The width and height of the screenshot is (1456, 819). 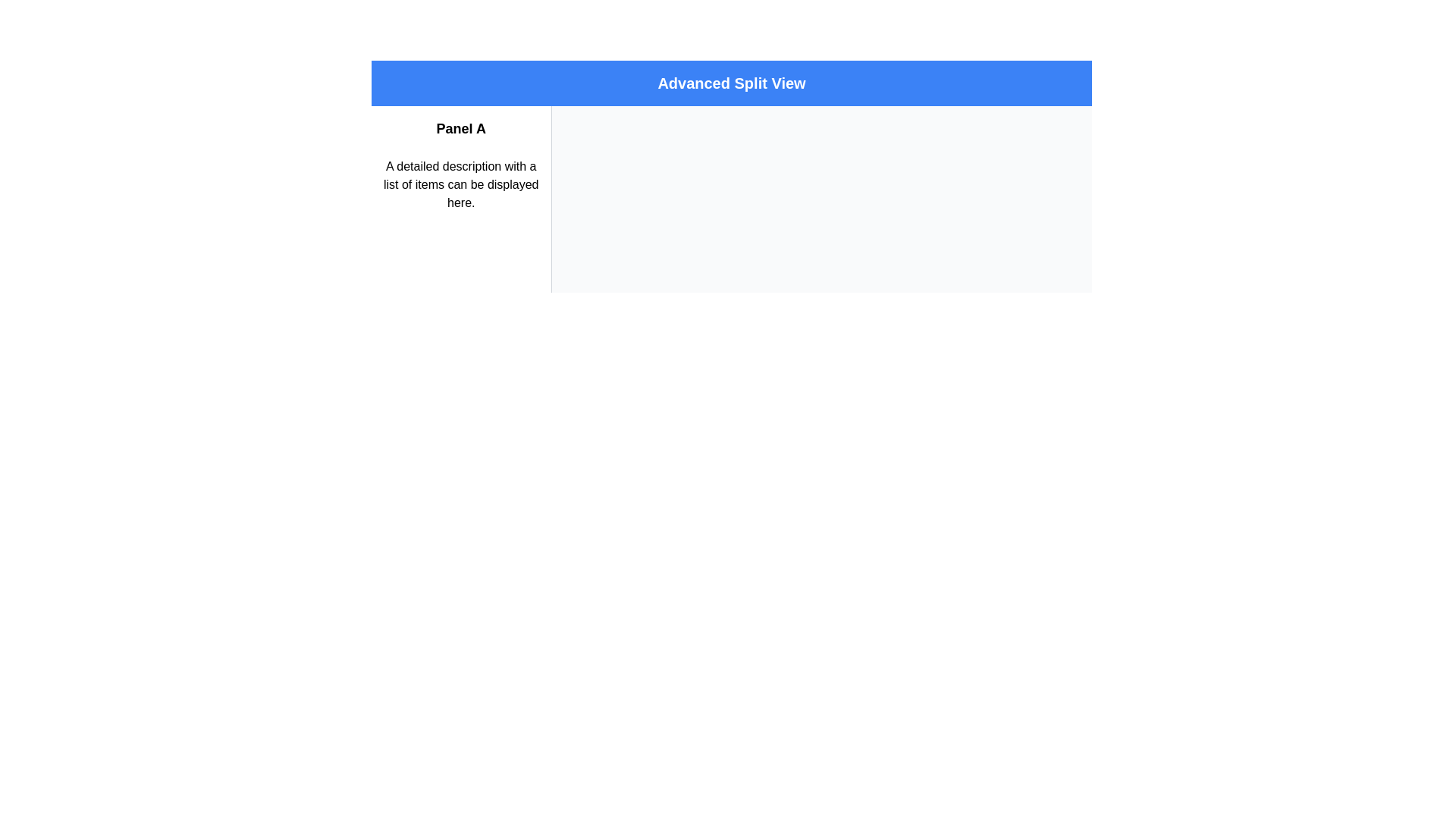 What do you see at coordinates (731, 83) in the screenshot?
I see `the Text-based Banner with blue background and white bold text saying 'Advanced Split View', located at the top of the layout` at bounding box center [731, 83].